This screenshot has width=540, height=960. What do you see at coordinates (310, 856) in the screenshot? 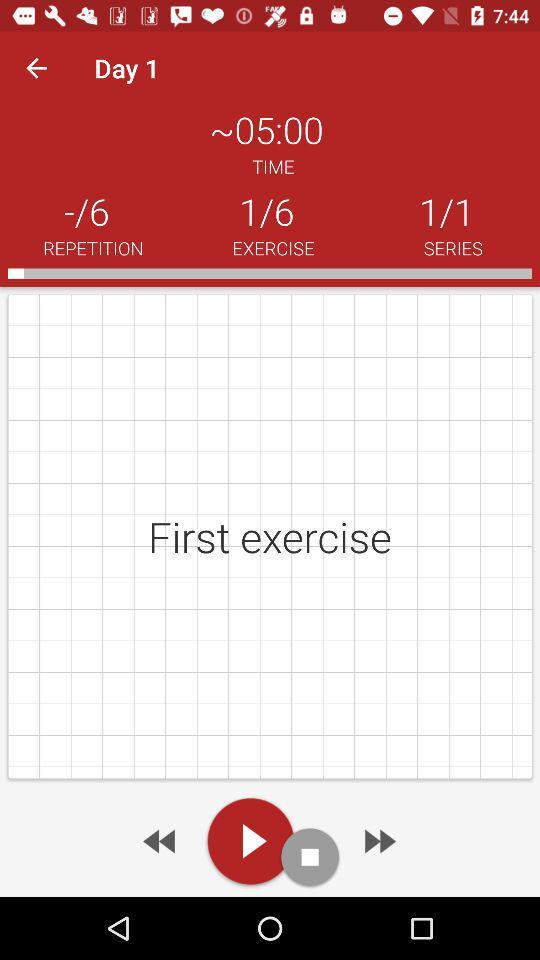
I see `start recording` at bounding box center [310, 856].